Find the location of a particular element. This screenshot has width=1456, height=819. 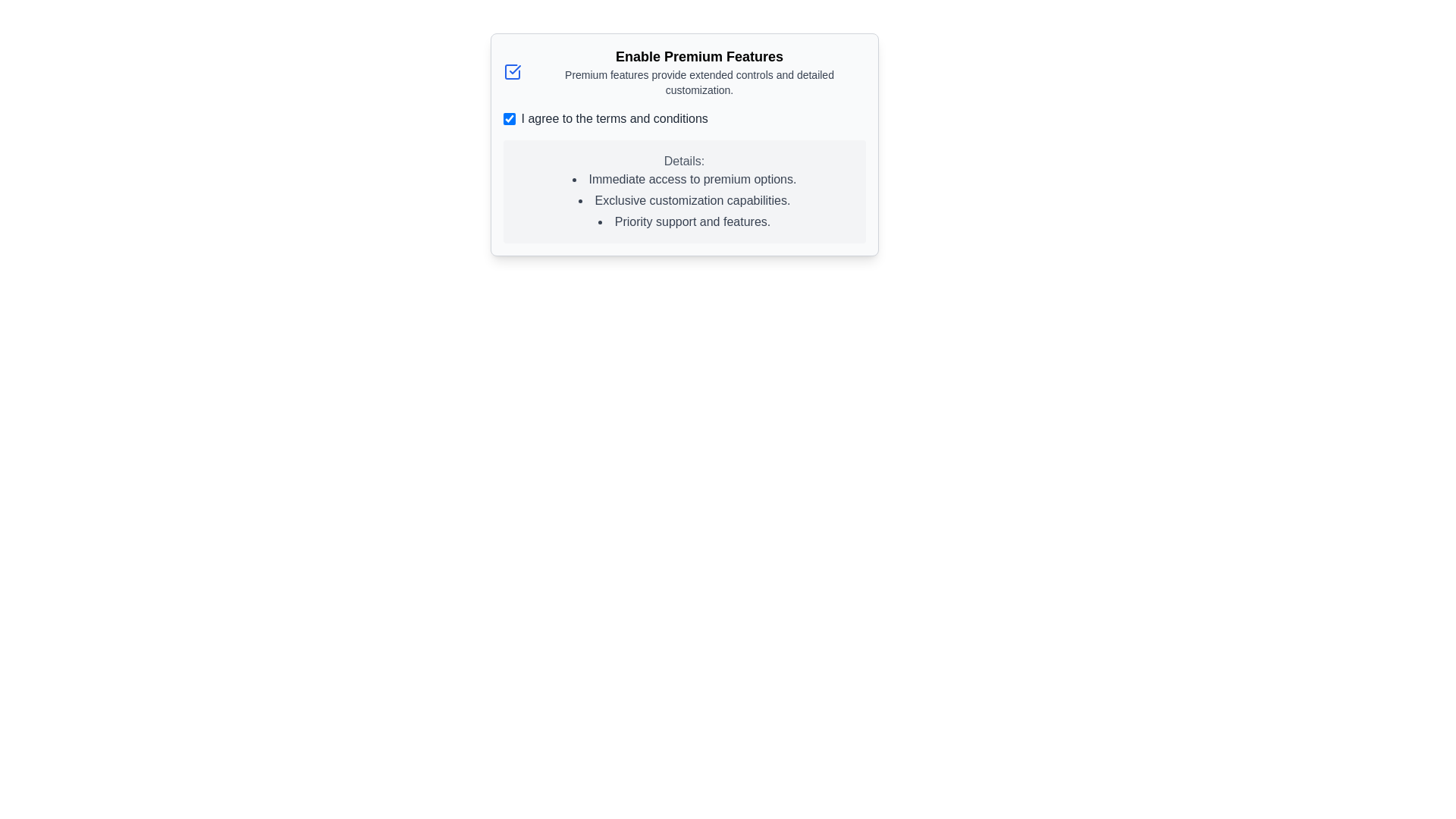

the text label displaying 'Priority support and features.' which is the third item in a vertical bullet list under the section titled 'Details' within the 'Enable Premium Features' box is located at coordinates (683, 222).